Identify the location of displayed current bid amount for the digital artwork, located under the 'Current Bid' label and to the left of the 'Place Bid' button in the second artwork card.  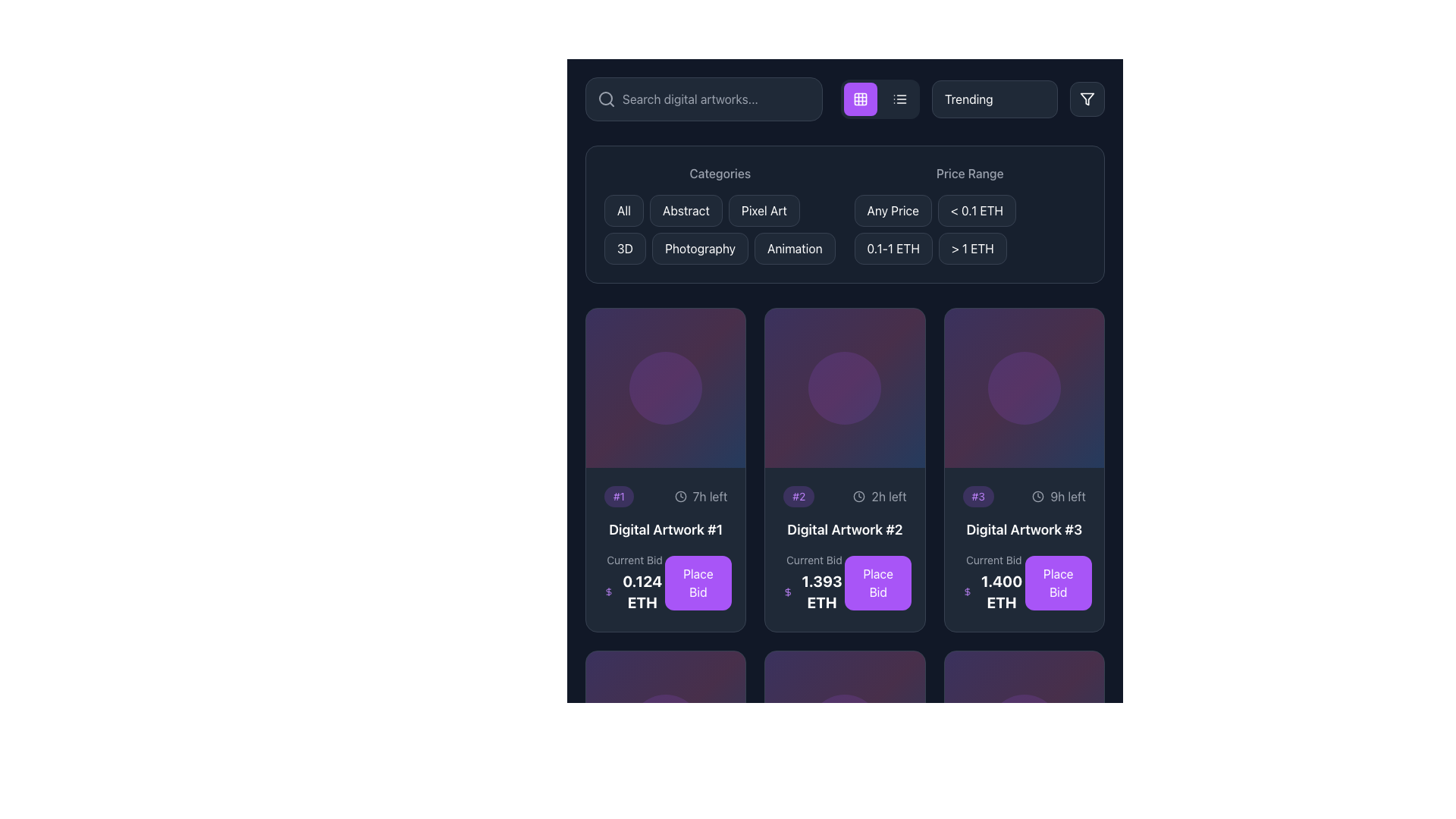
(813, 591).